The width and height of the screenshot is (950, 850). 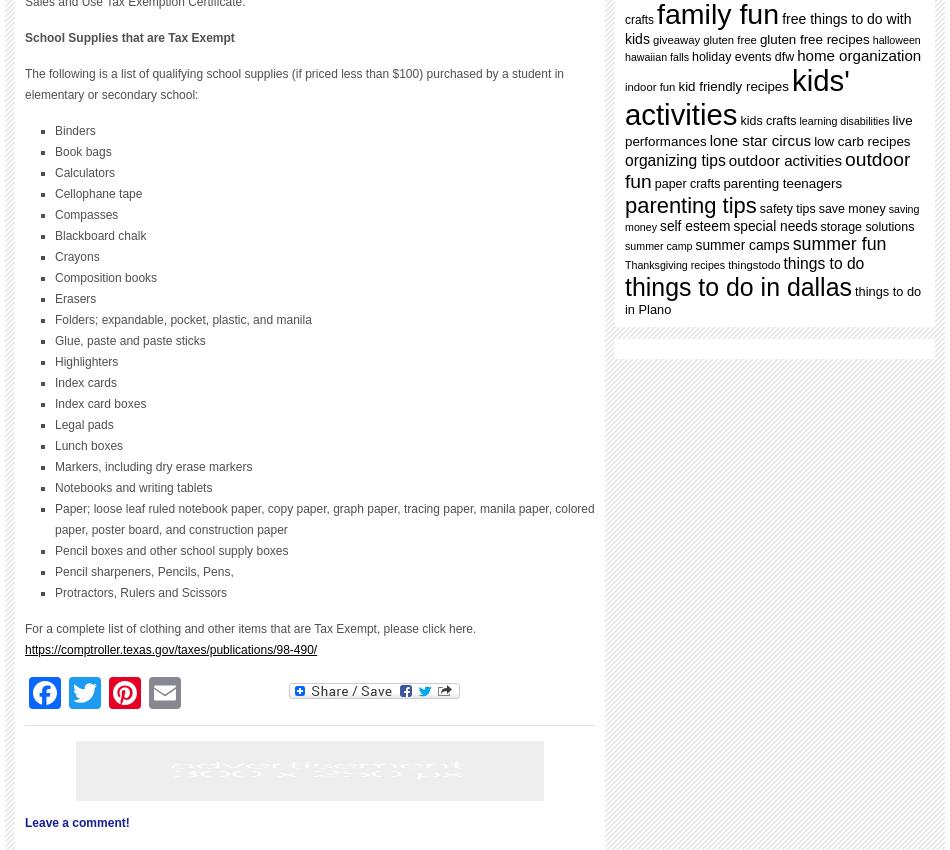 I want to click on 'Calculators', so click(x=85, y=171).